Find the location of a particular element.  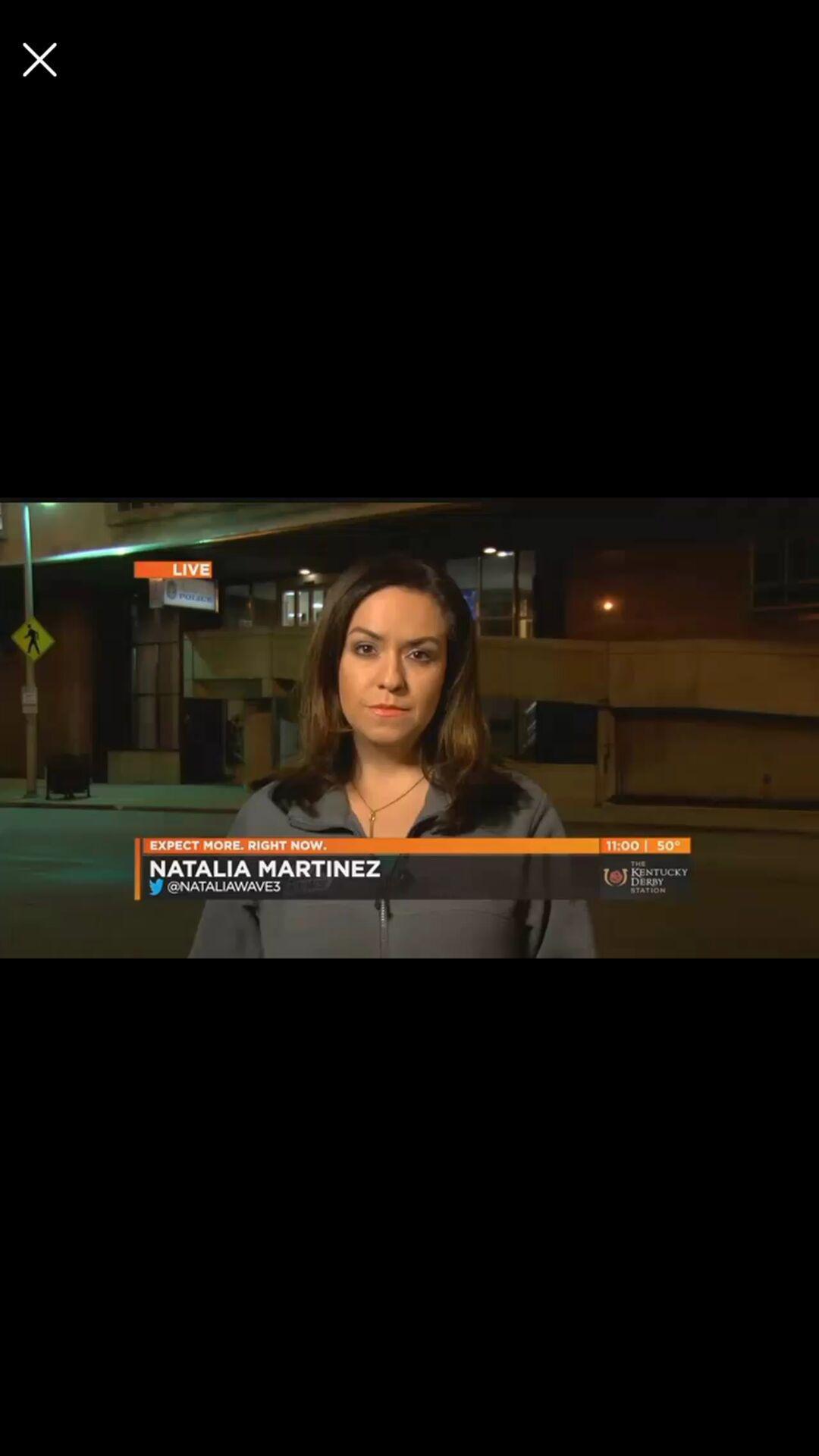

close is located at coordinates (39, 59).